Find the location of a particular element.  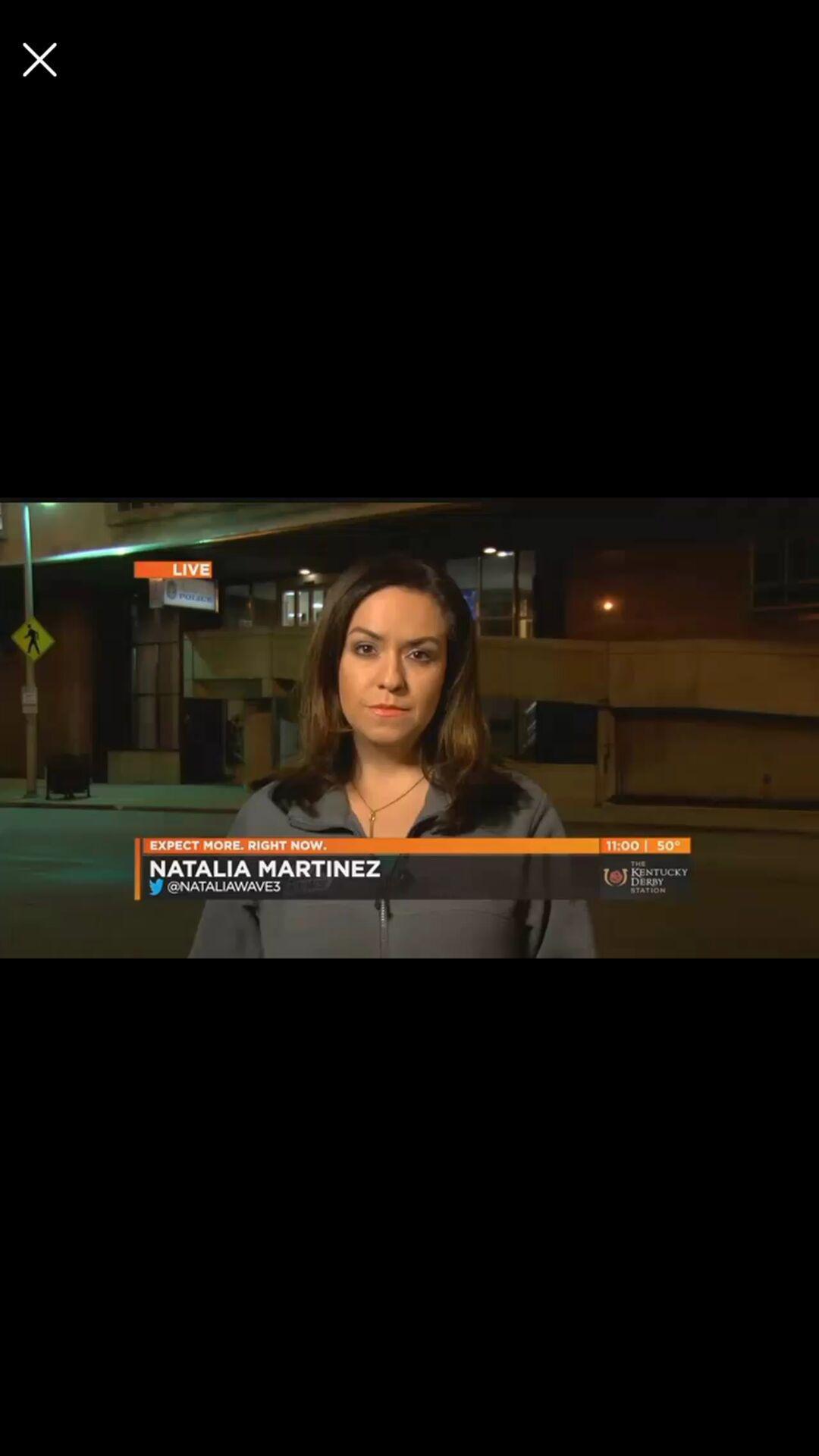

close is located at coordinates (39, 59).